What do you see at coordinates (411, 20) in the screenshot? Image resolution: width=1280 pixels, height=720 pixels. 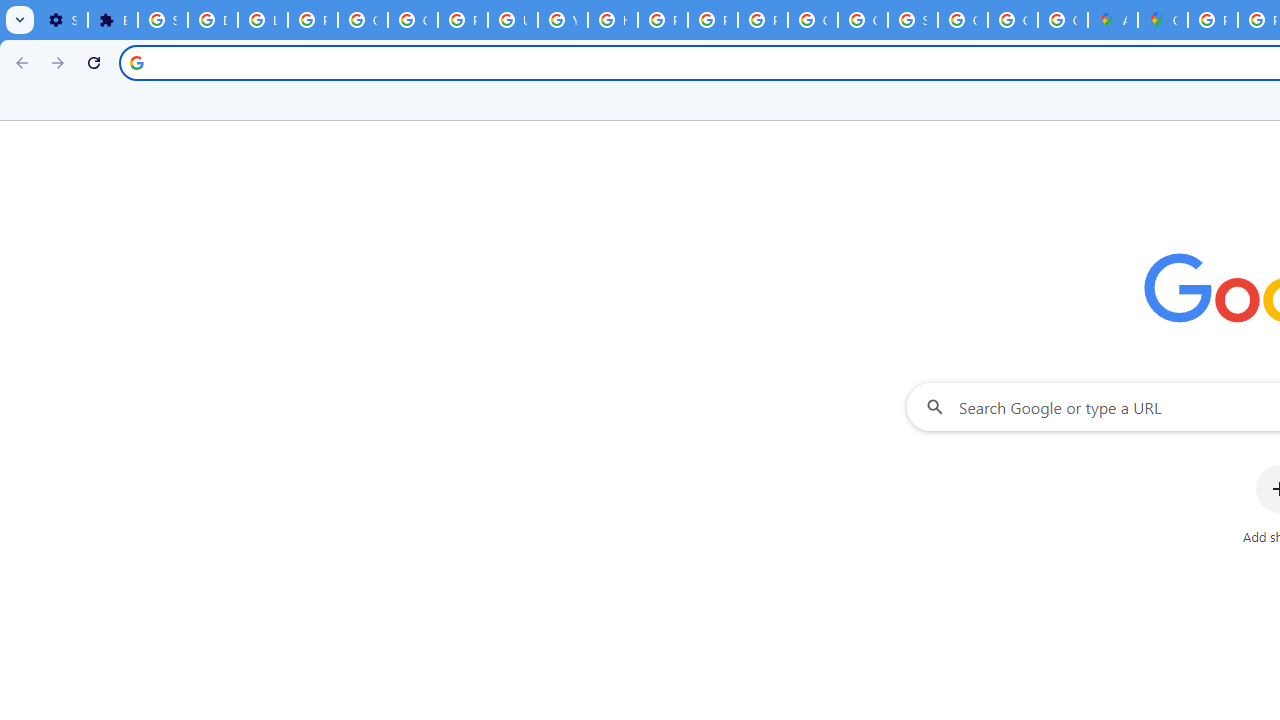 I see `'Google Account Help'` at bounding box center [411, 20].